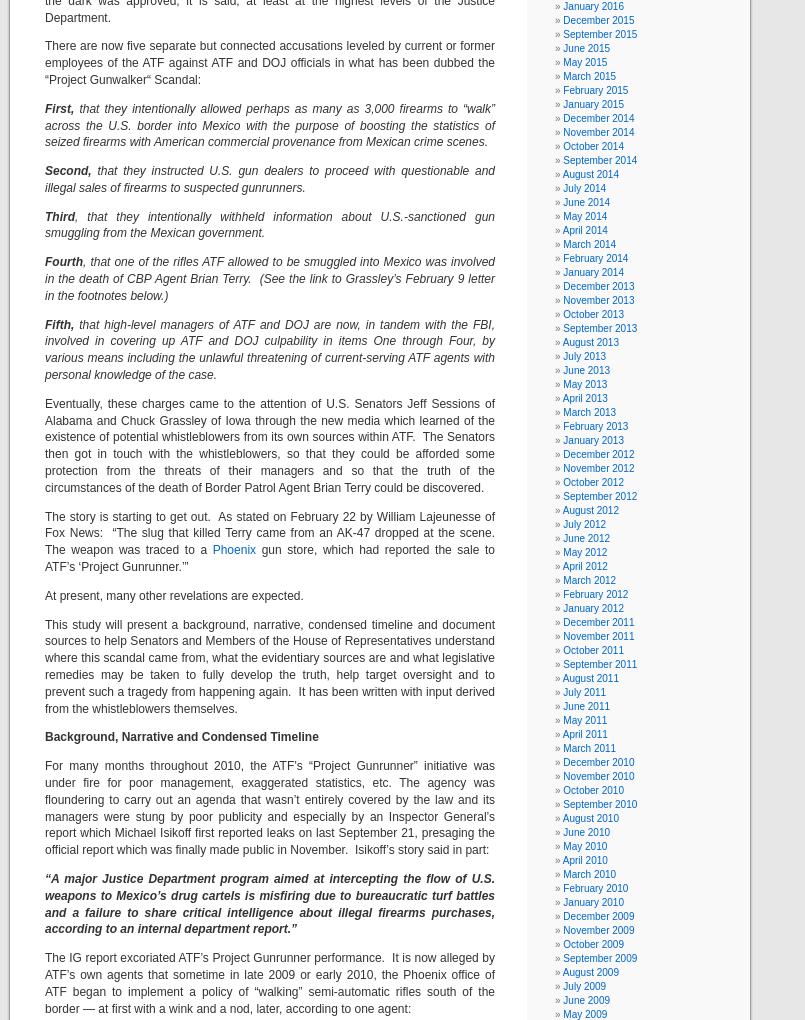  Describe the element at coordinates (598, 453) in the screenshot. I see `'December 2012'` at that location.